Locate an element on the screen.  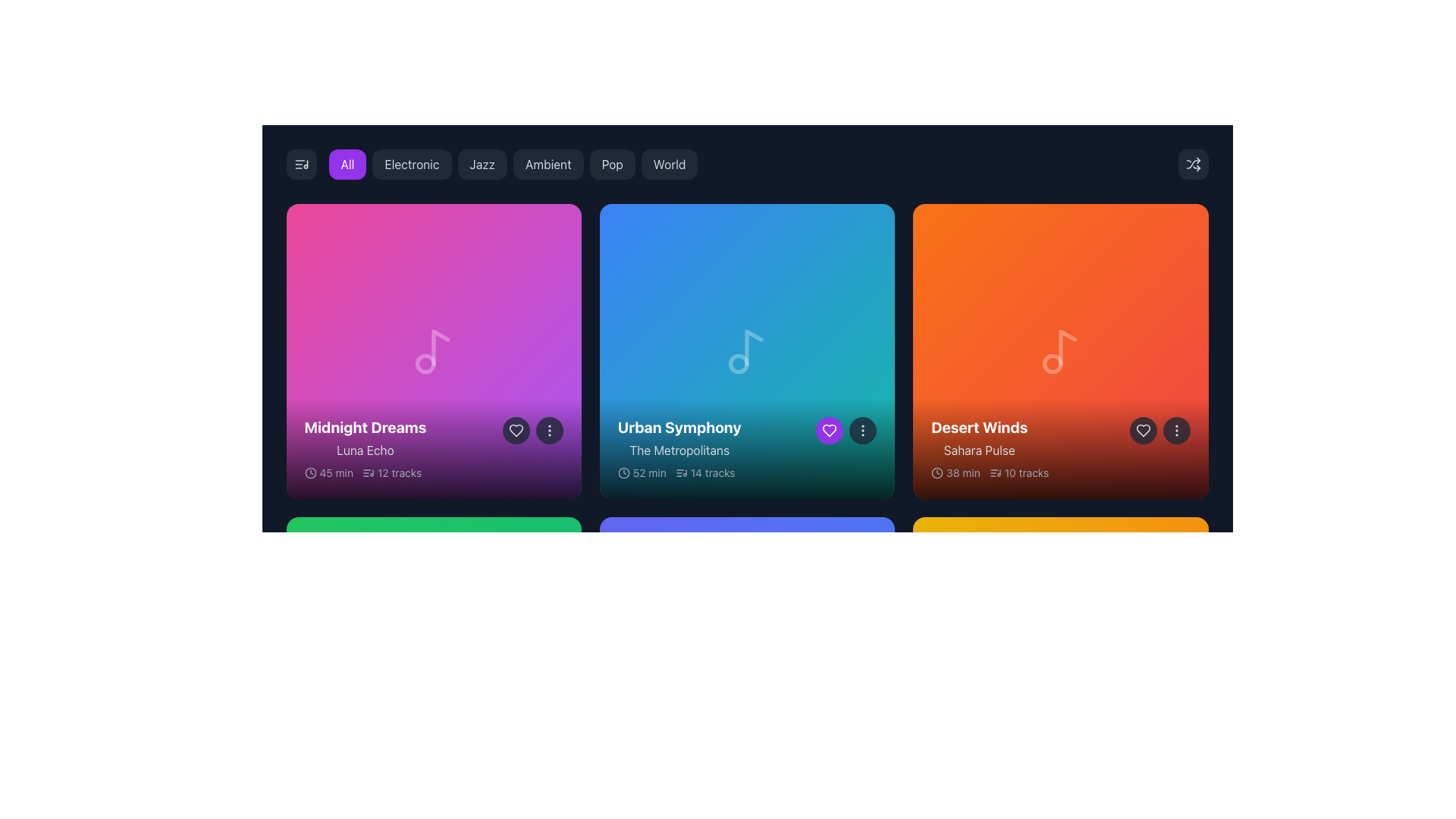
the clock icon representing the duration '52 min' located in the second card titled 'Urban Symphony' from the left, positioned to the left of the text '52 min' is located at coordinates (623, 472).